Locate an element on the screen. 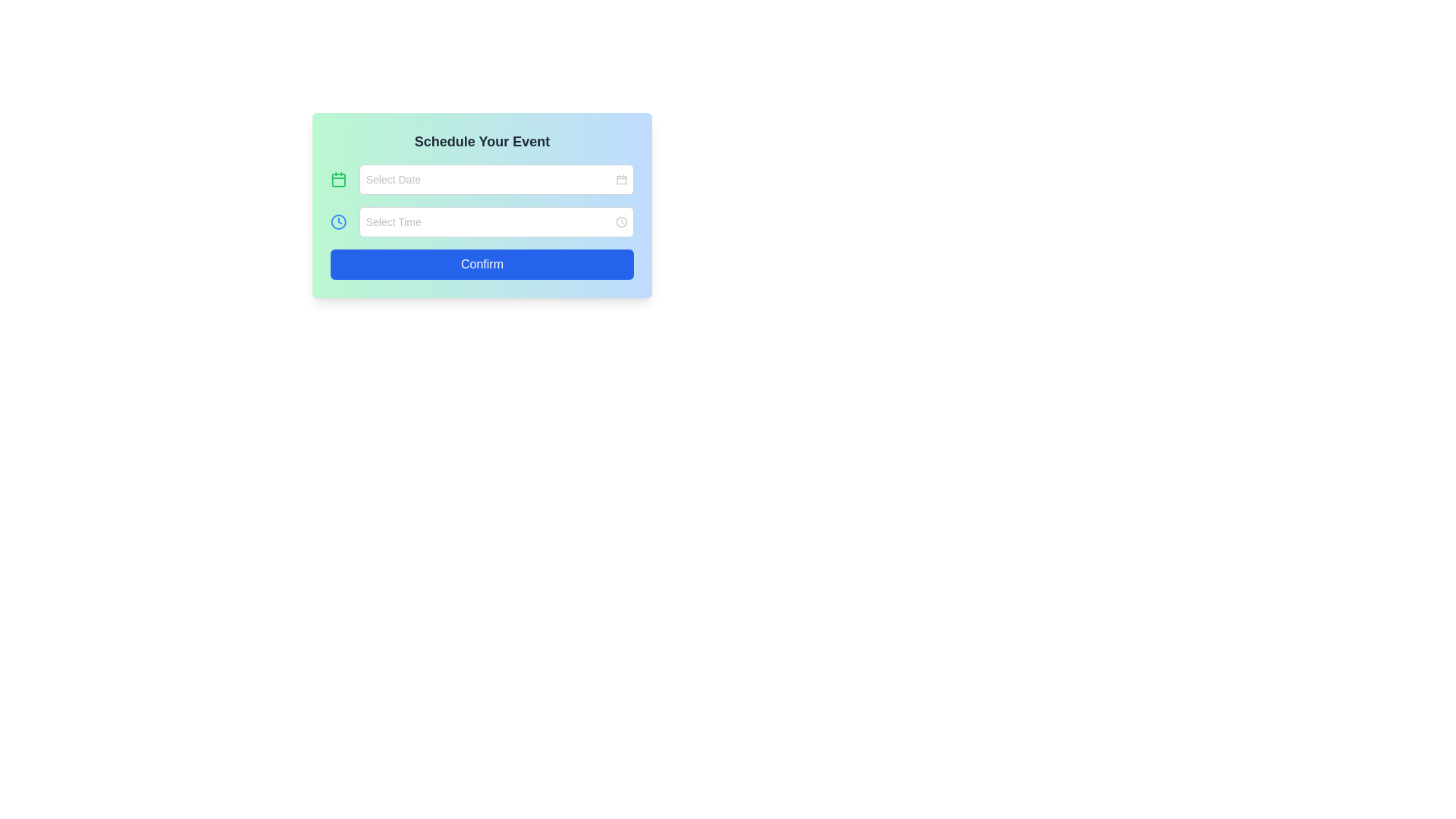 The image size is (1456, 819). the circular SVG element that forms part of the clock symbol next to the 'Select Time' input field is located at coordinates (337, 222).